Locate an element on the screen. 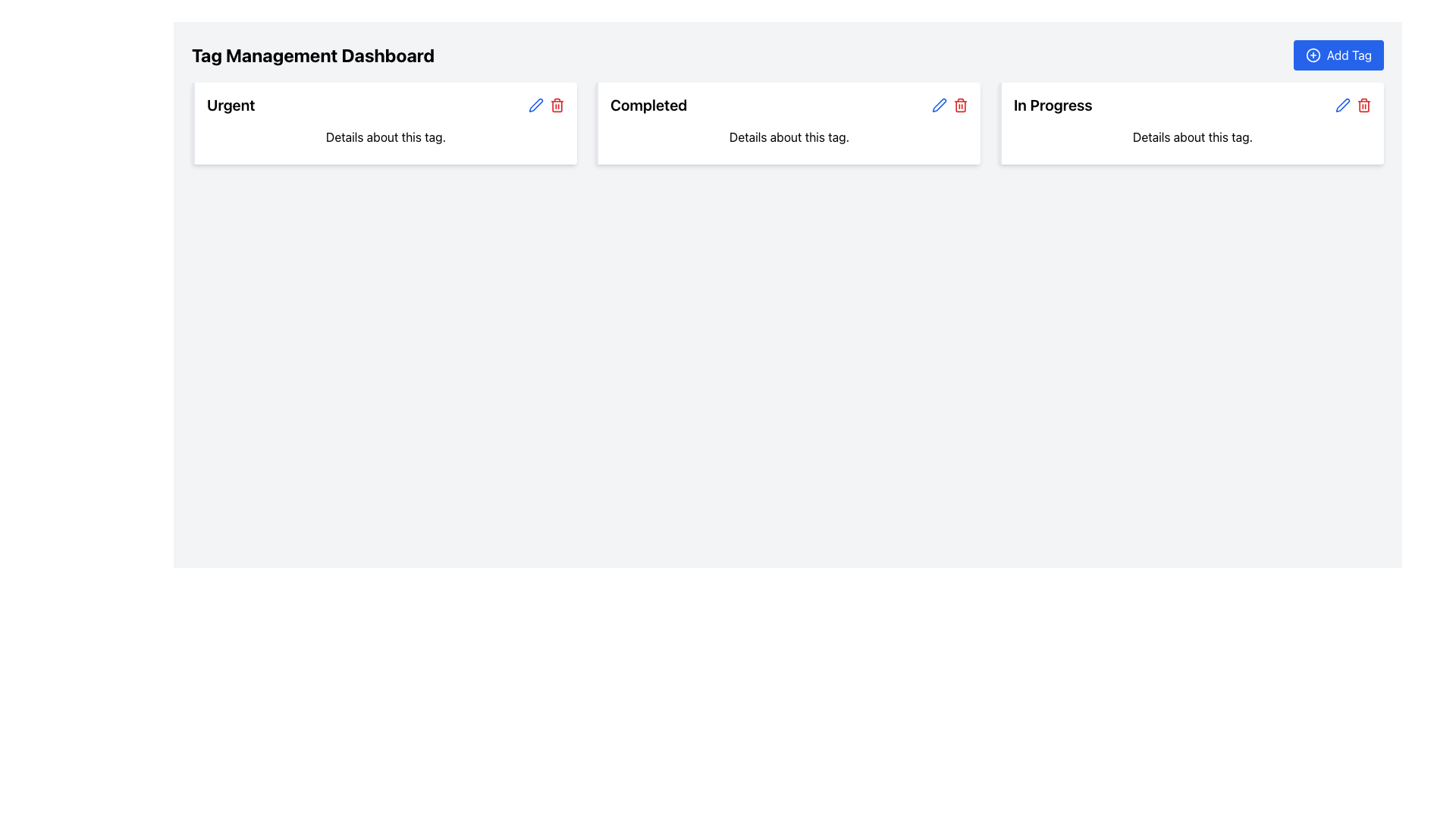 The image size is (1456, 819). the 'Add Tag' button located in the top right corner of the interface, which features a circular icon with a plus sign at its center and a blue background is located at coordinates (1312, 55).